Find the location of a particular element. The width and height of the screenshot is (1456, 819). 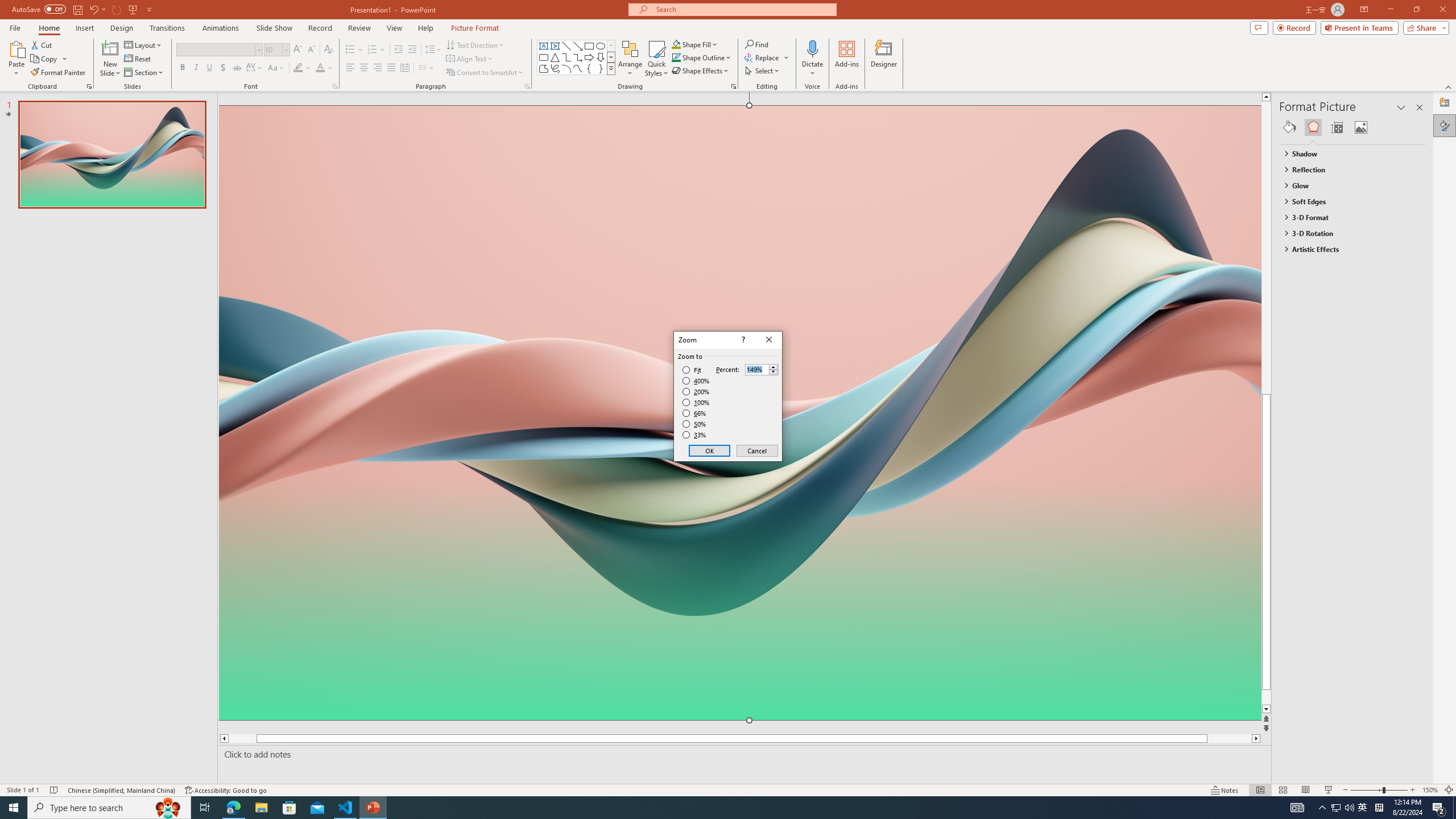

'Class: NetUIGalleryContainer' is located at coordinates (1352, 126).